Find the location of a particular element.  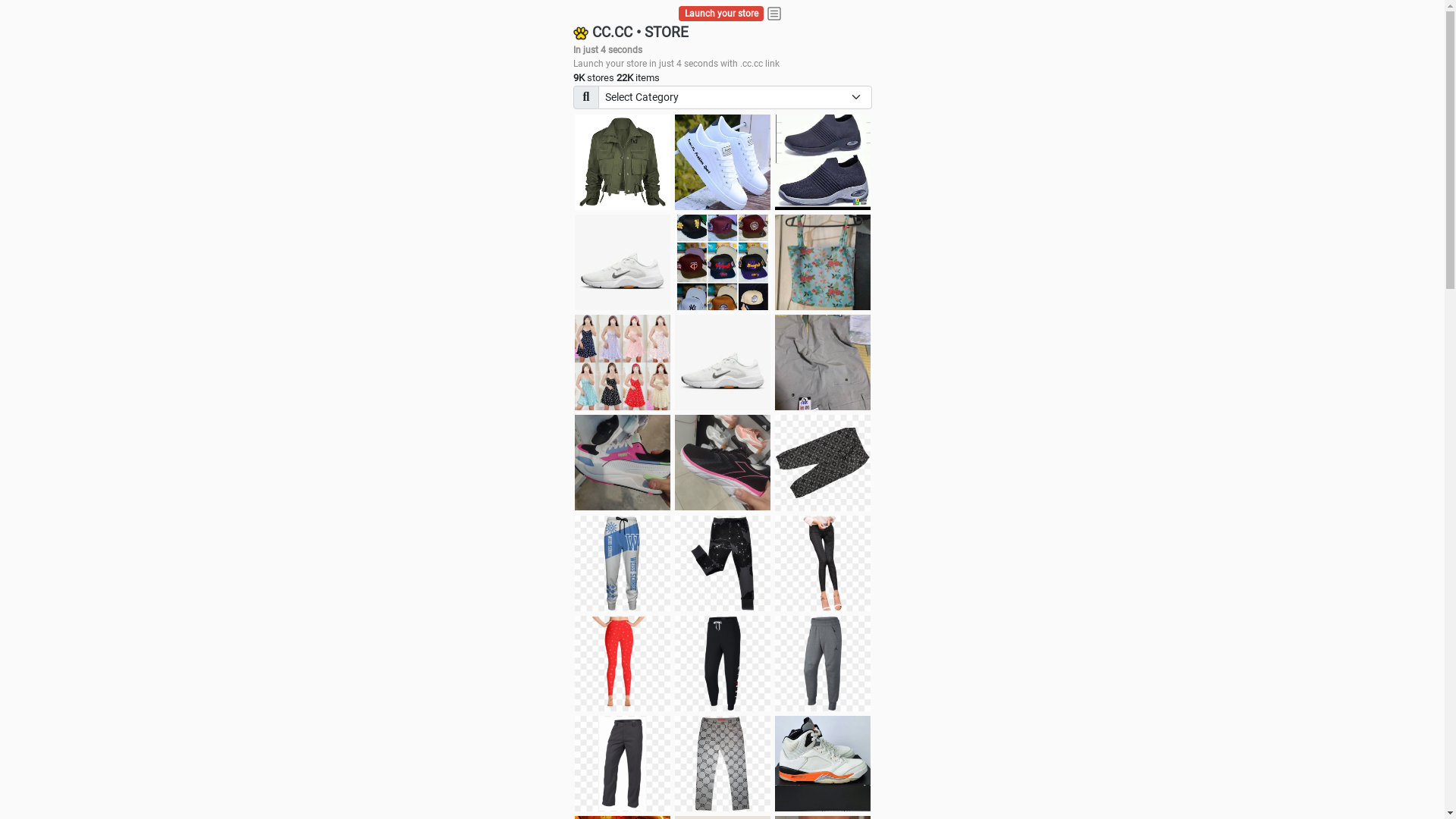

'Pant' is located at coordinates (673, 663).